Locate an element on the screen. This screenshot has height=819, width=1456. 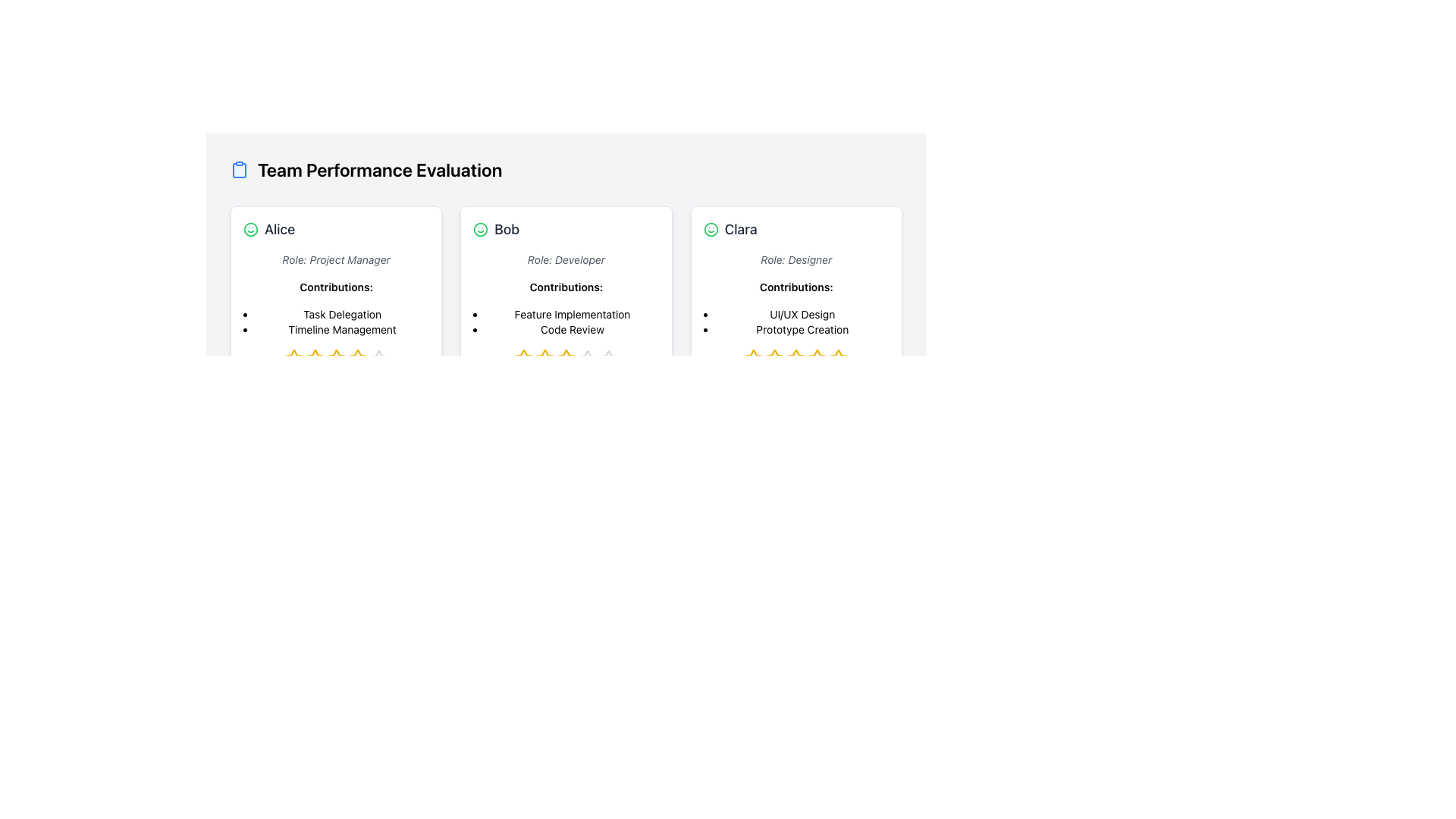
the sixth star is located at coordinates (356, 359).